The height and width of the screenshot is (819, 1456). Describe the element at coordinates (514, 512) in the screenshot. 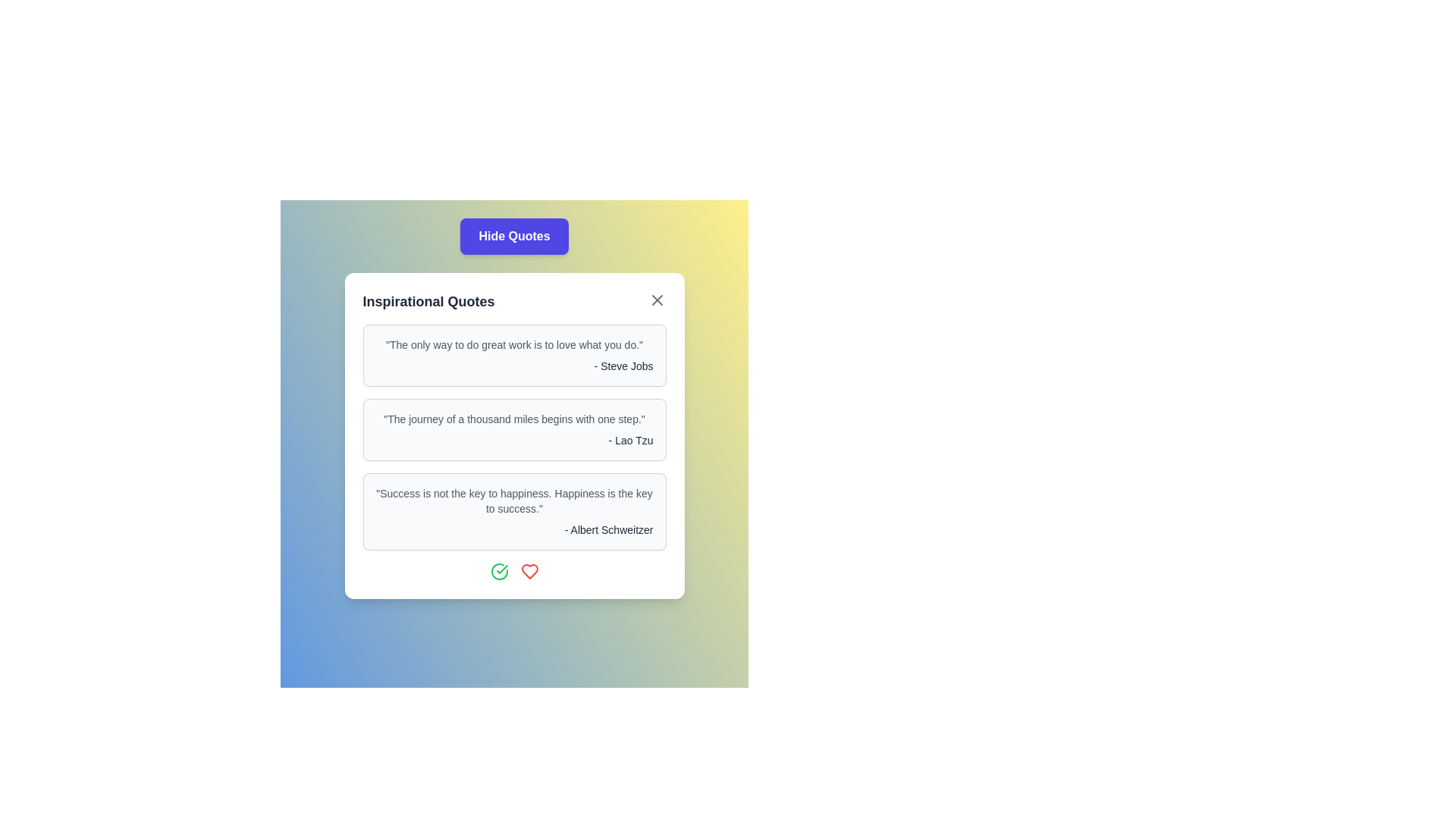

I see `text content of the third quote box within the 'Inspirational Quotes' section, which features a motivational quote and the author's name, styled with distinct typography` at that location.